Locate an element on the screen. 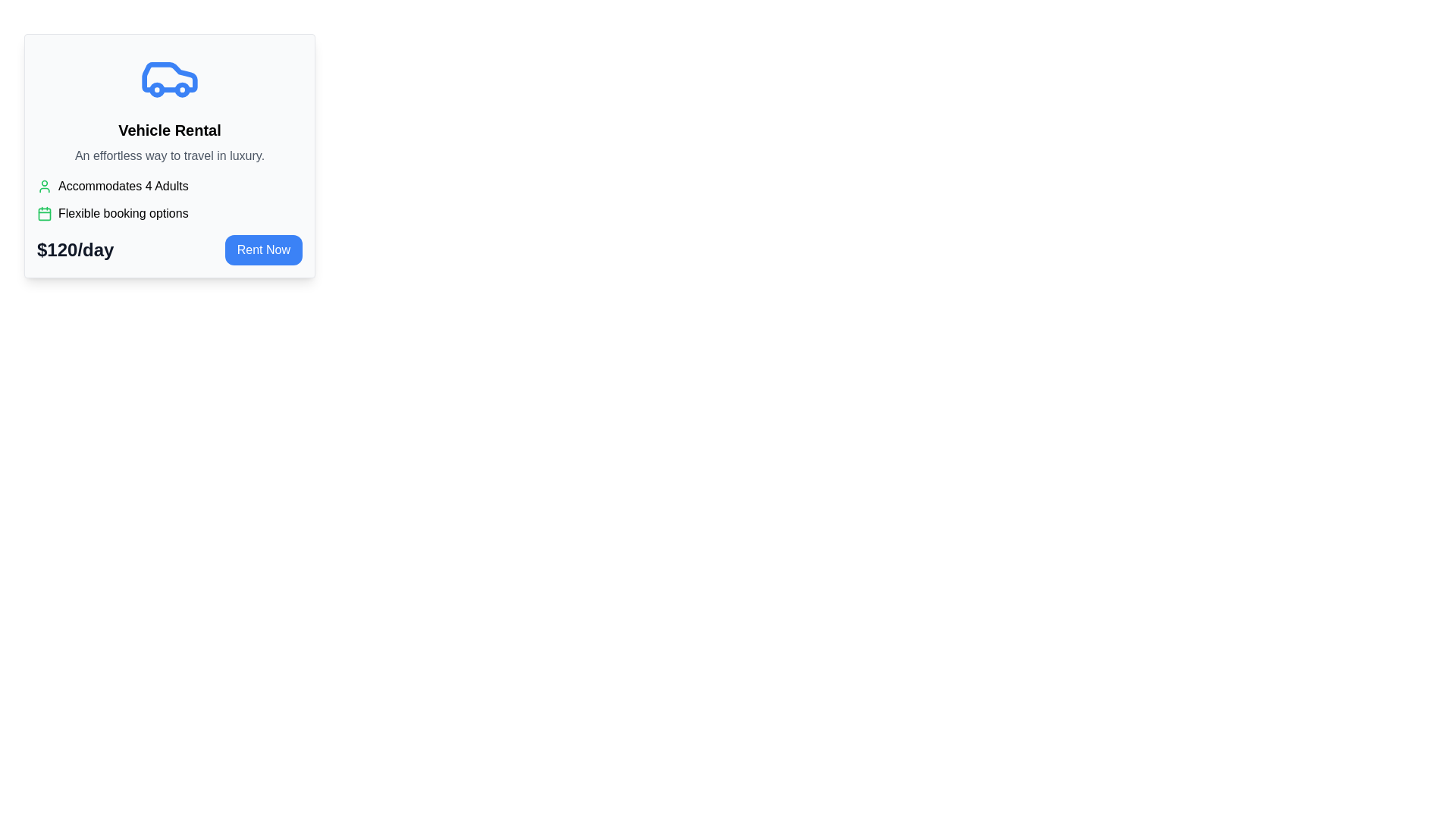 The height and width of the screenshot is (819, 1456). Decorative SVG Circle element located near the rear-right wheel area of the blue car icon within the 'Vehicle Rental' card interface using developer tools is located at coordinates (182, 89).